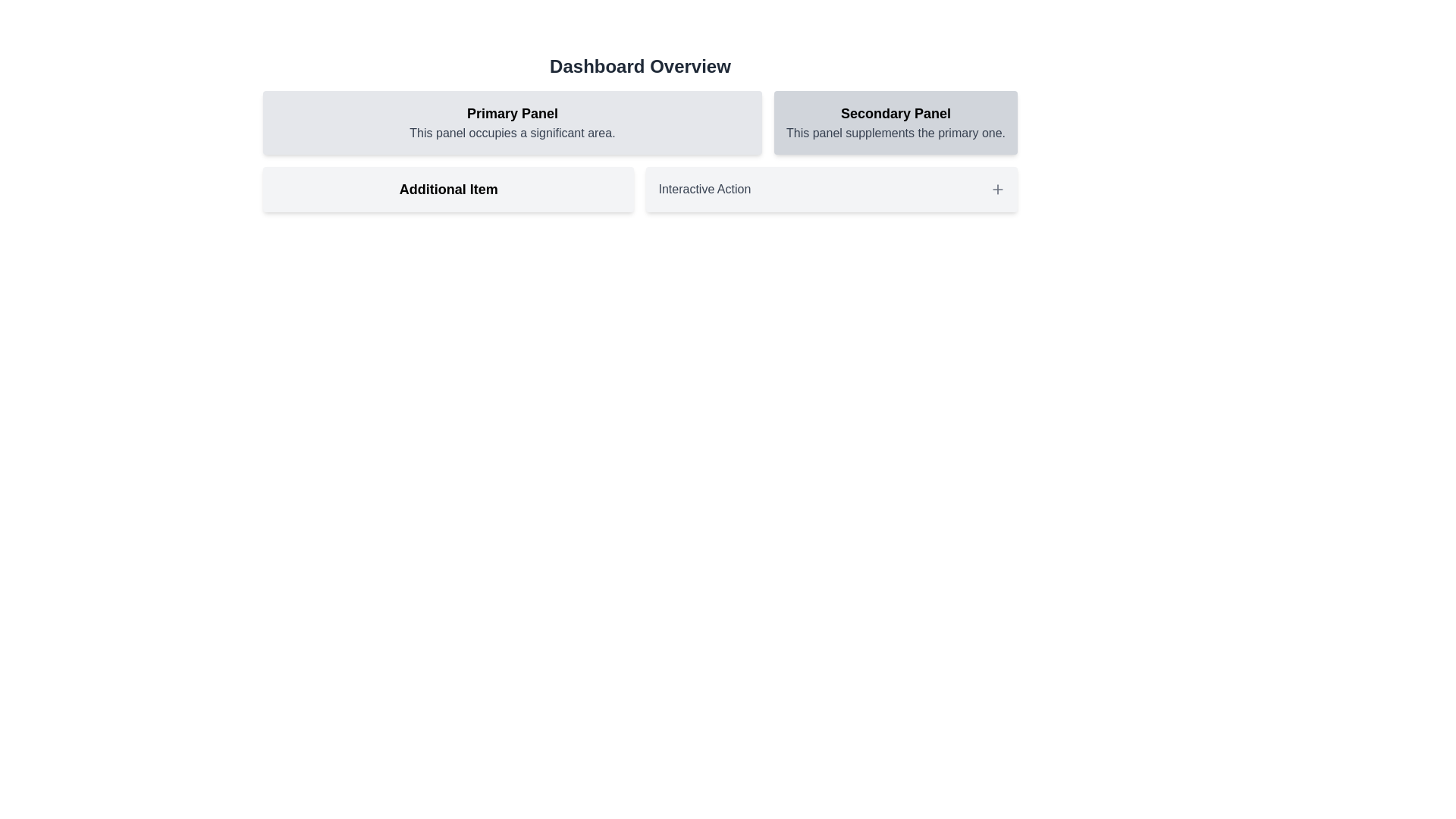  I want to click on the text block that reads 'This panel supplements the primary one.', which is styled in gray and located below the 'Secondary Panel' heading in the top-right section of the interface layout, so click(896, 133).